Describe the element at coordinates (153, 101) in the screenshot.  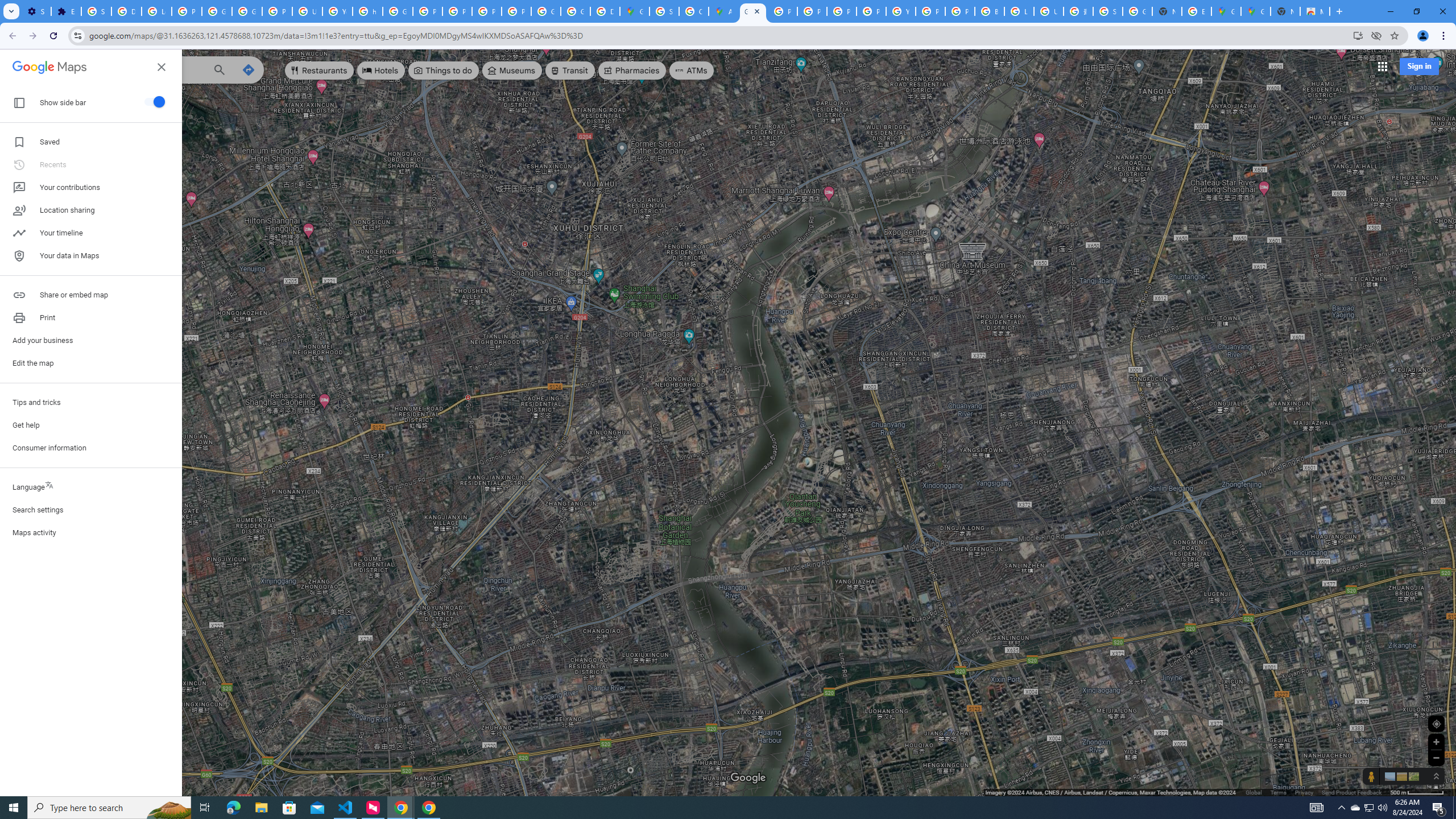
I see `'Show side bar'` at that location.